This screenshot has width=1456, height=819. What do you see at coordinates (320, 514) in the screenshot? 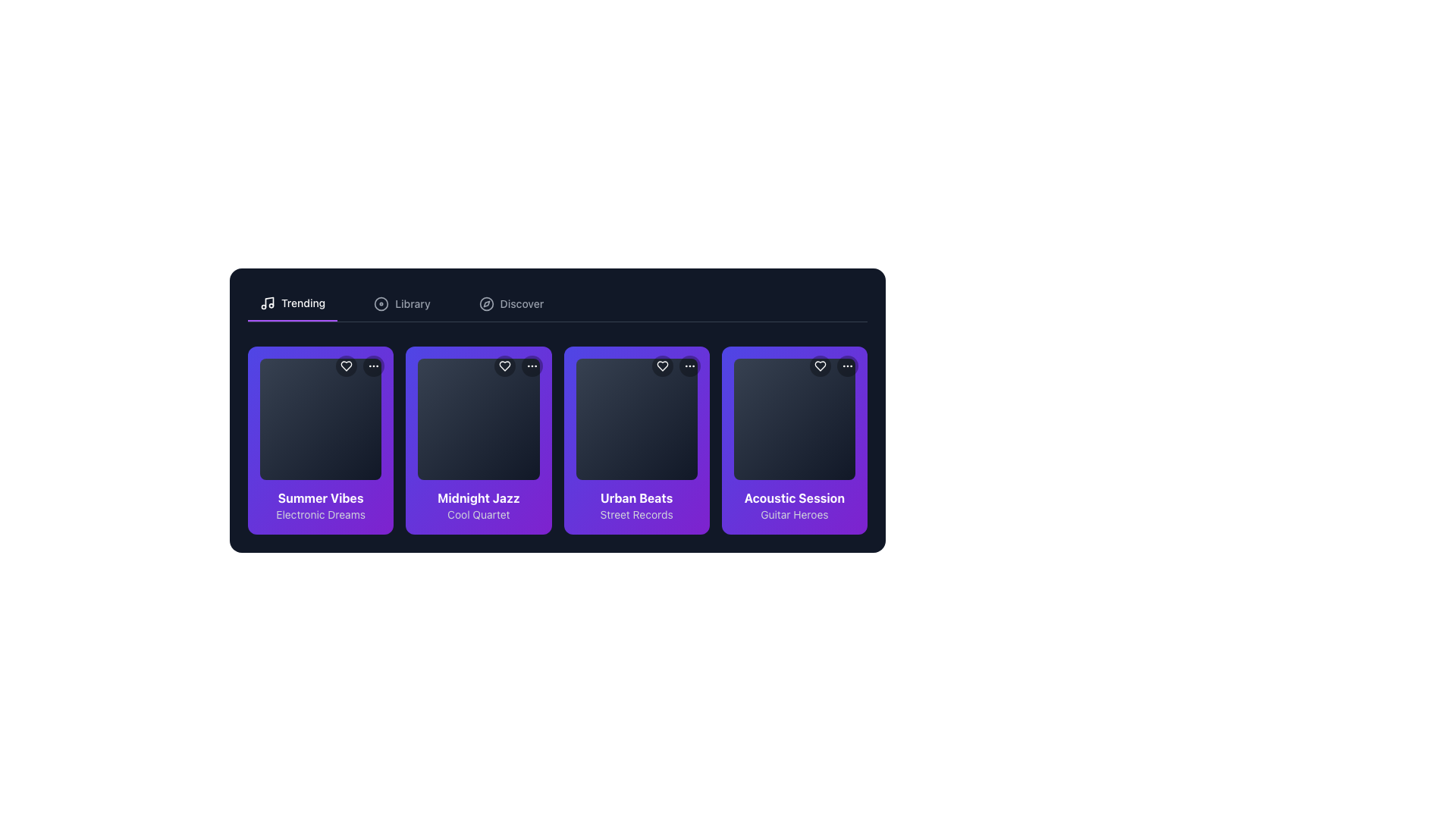
I see `text label that serves as a subtitle beneath the 'Summer Vibes' title in the first column of the horizontally scrolling grid` at bounding box center [320, 514].